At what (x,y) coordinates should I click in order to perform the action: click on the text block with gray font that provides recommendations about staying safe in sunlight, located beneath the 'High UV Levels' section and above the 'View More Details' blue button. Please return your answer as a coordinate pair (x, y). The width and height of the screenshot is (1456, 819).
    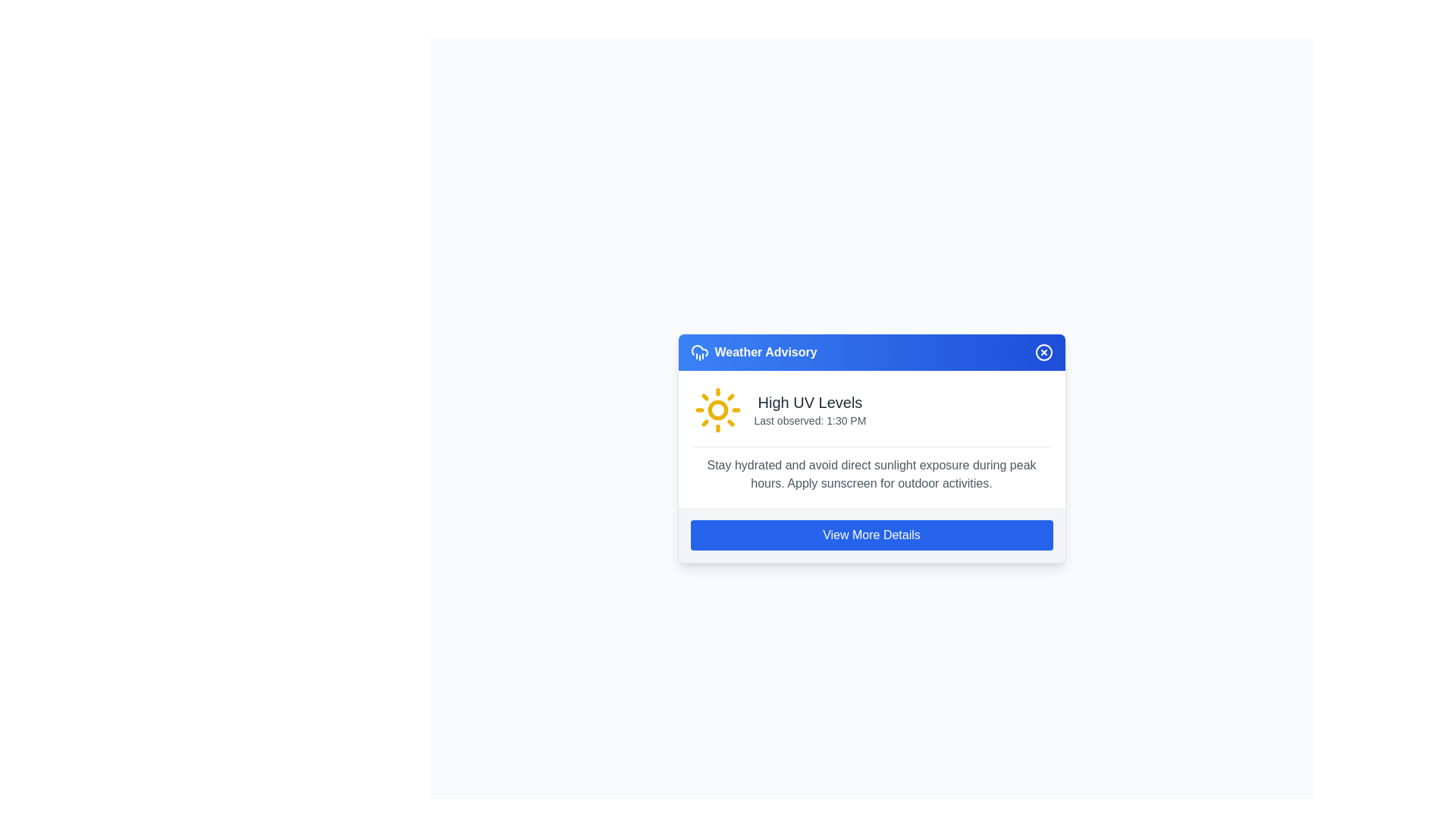
    Looking at the image, I should click on (871, 473).